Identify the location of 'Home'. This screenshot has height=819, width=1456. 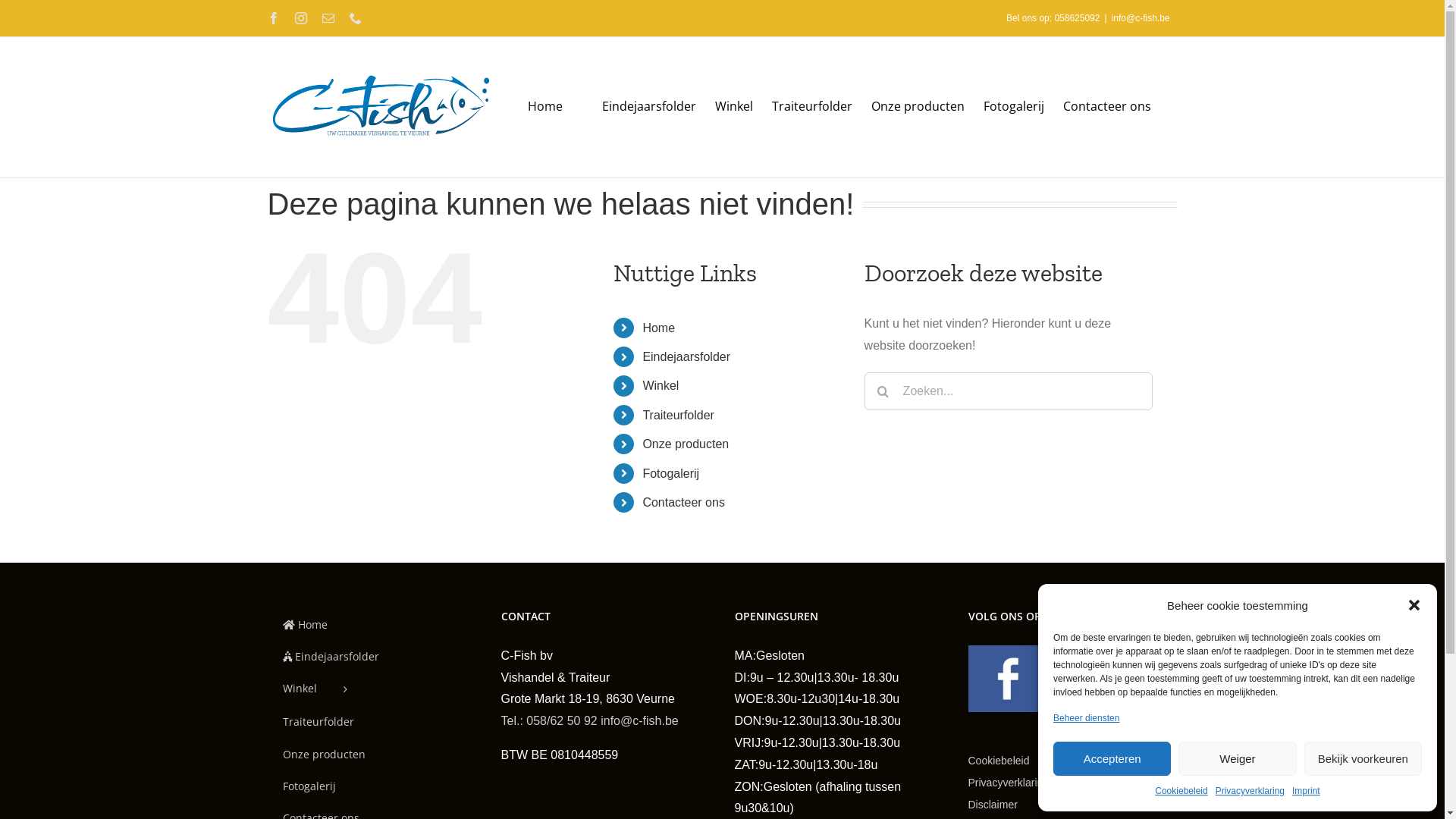
(266, 625).